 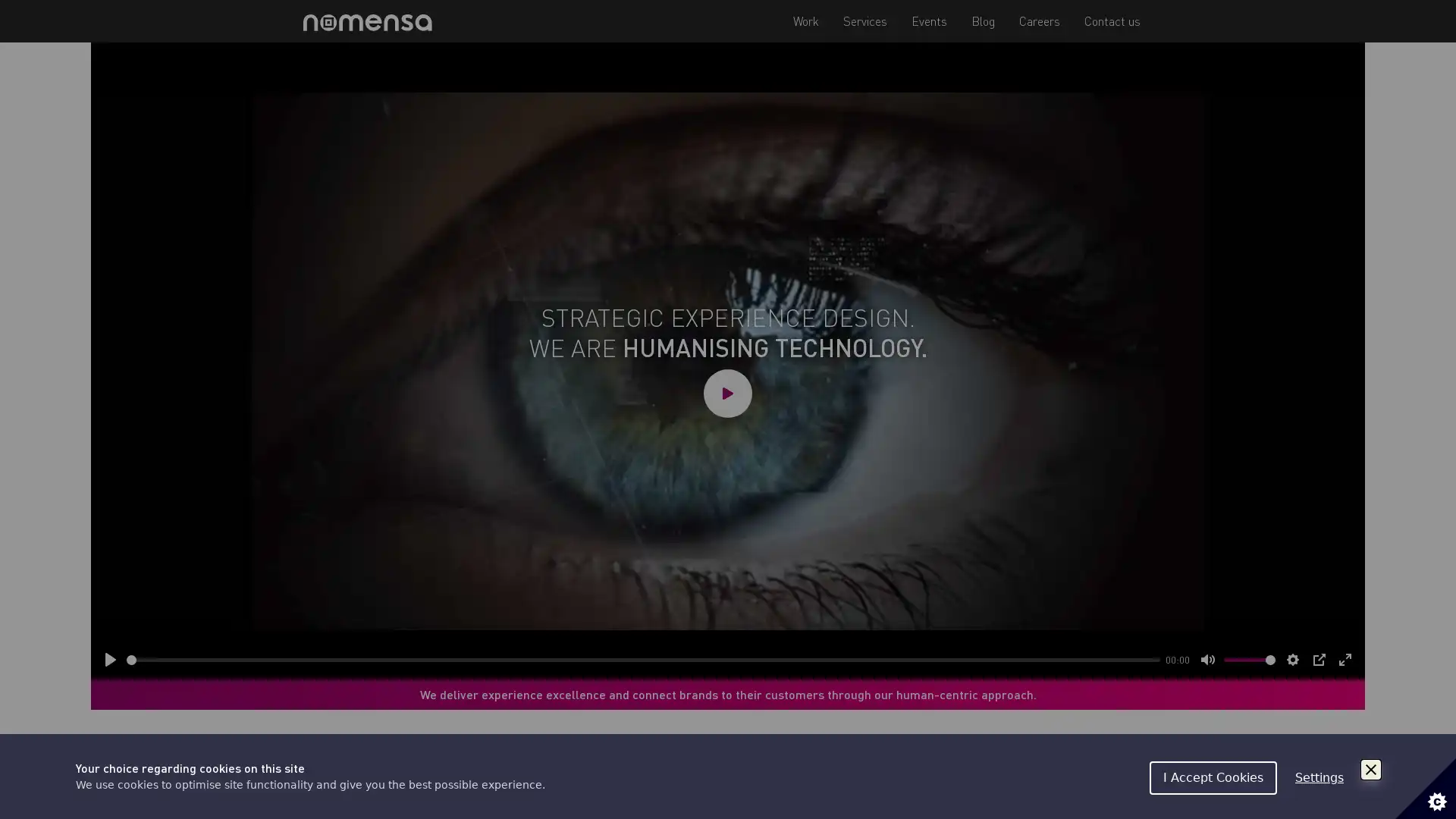 I want to click on Play, so click(x=109, y=659).